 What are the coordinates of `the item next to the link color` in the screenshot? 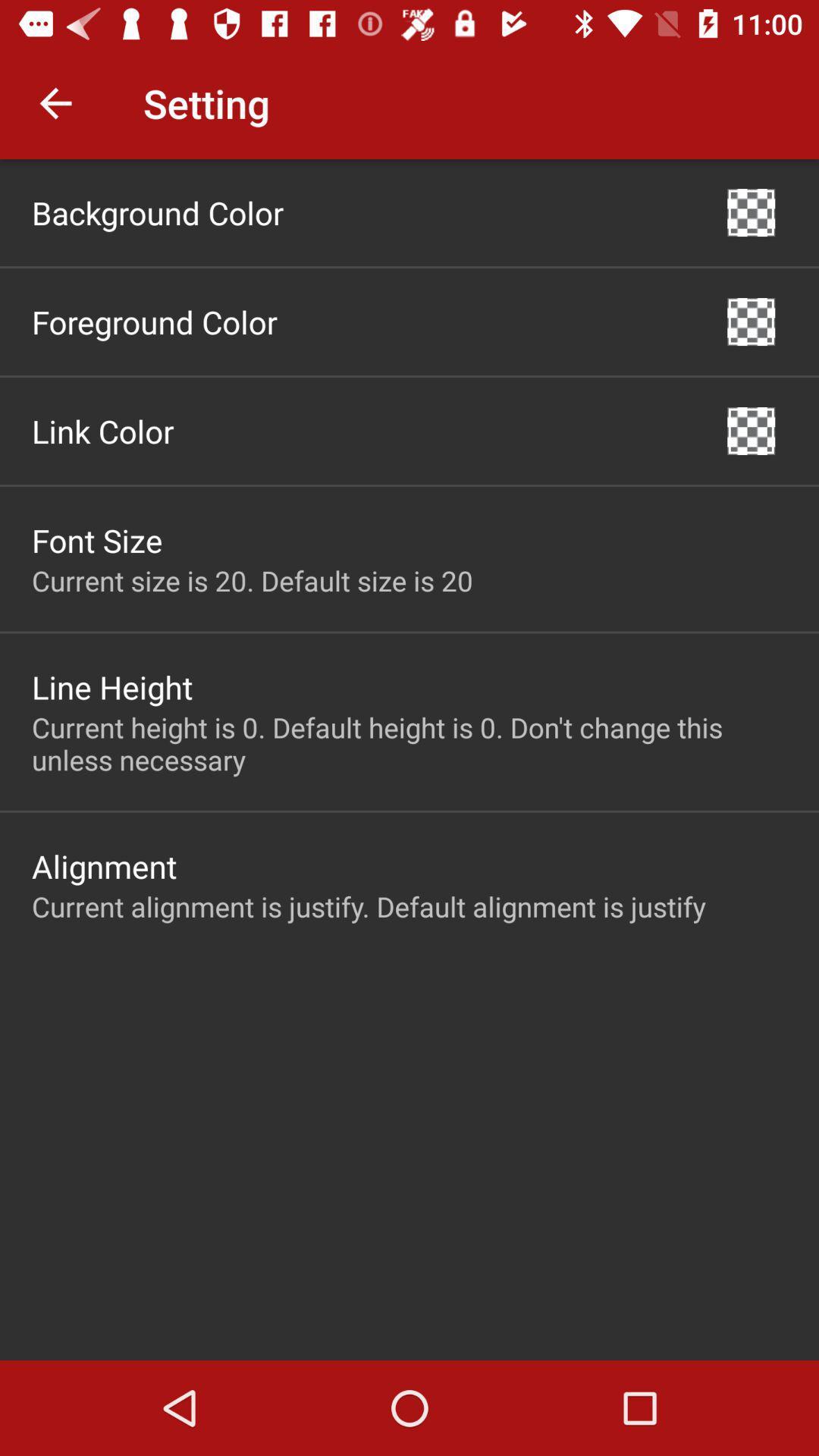 It's located at (751, 430).